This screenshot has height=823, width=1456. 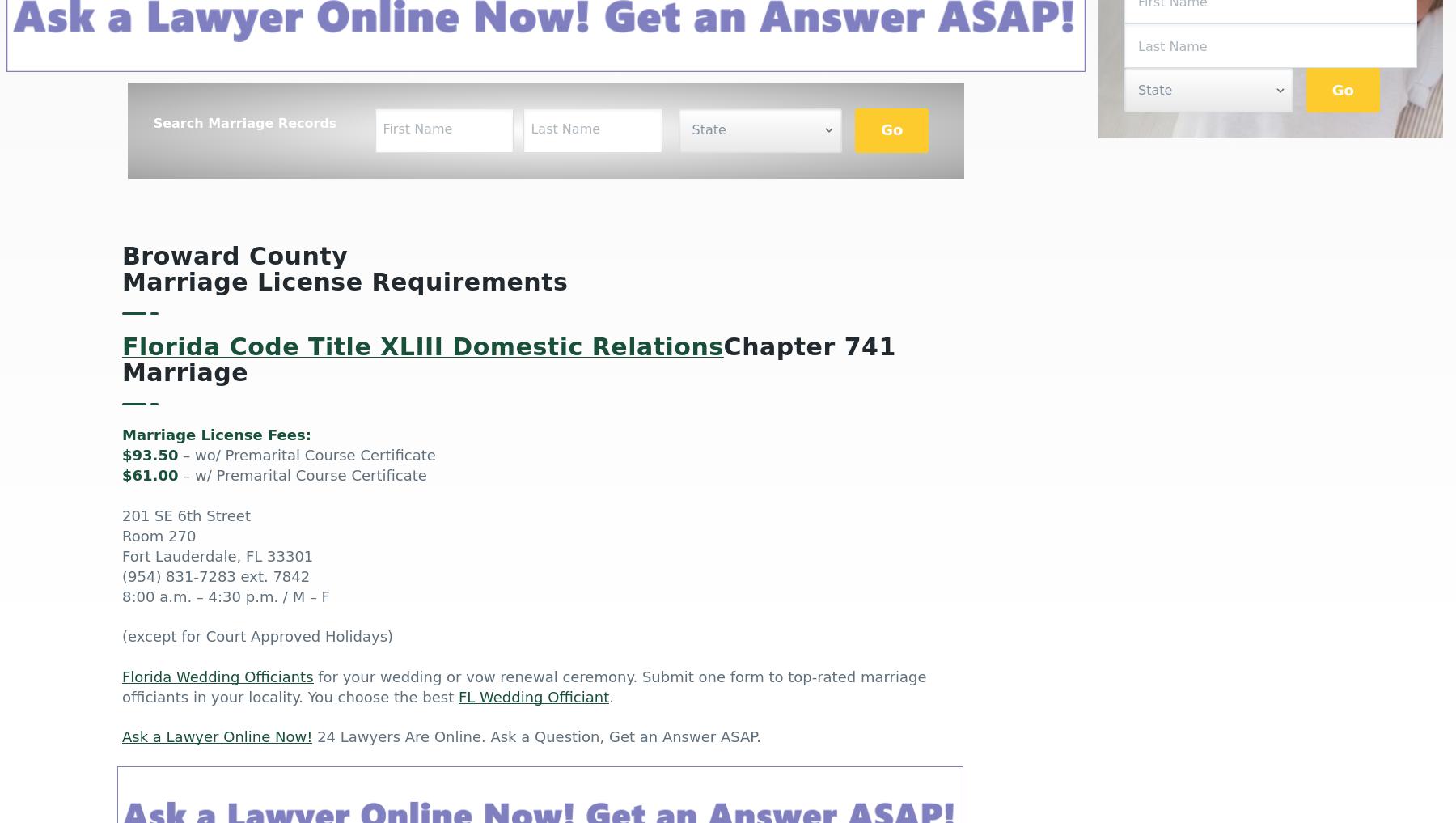 What do you see at coordinates (307, 456) in the screenshot?
I see `'– wo/ Premarital Course Certificate'` at bounding box center [307, 456].